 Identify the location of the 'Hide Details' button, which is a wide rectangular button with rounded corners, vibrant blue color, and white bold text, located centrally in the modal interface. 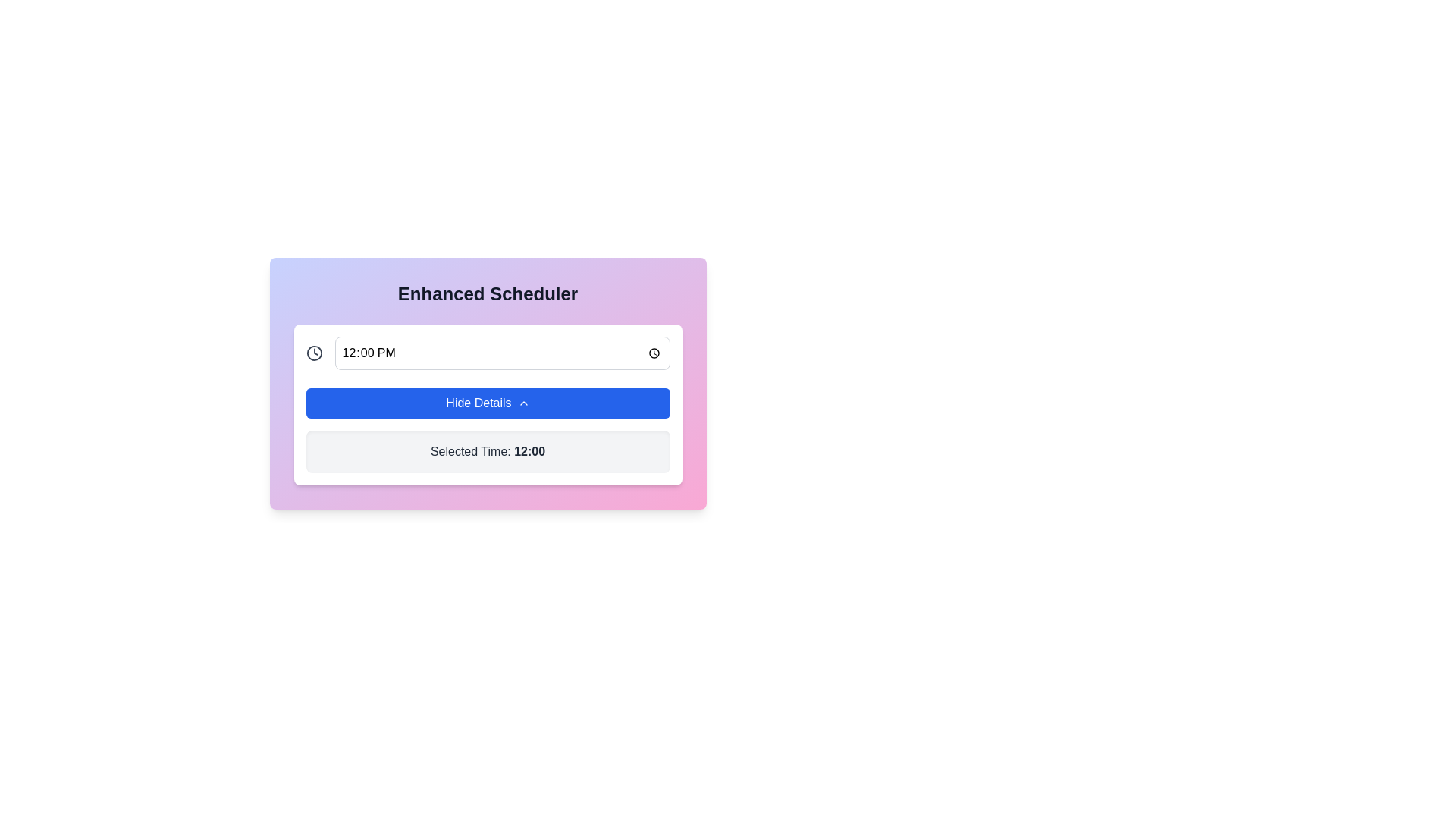
(488, 403).